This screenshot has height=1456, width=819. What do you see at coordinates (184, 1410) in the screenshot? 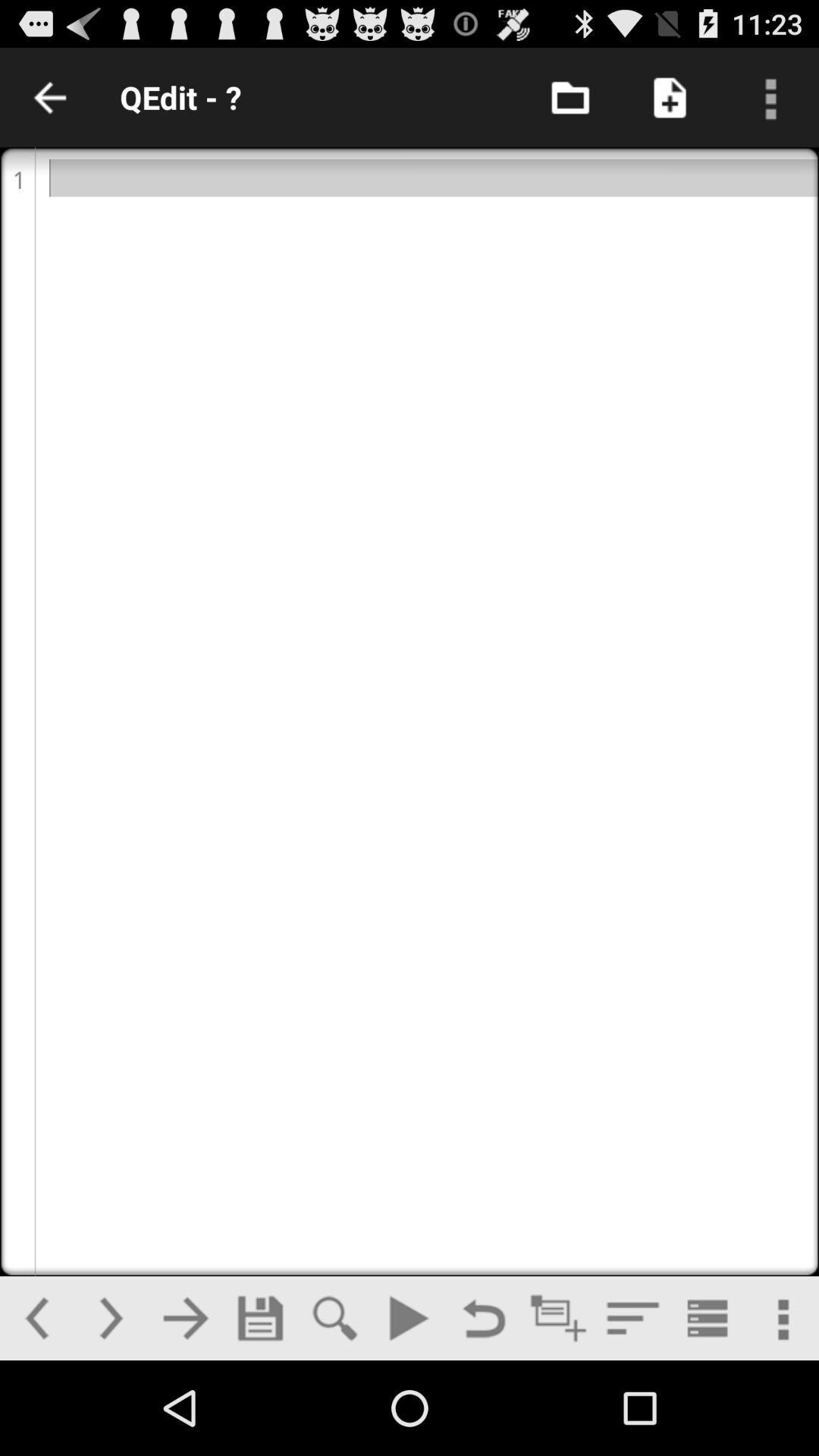
I see `the arrow_forward icon` at bounding box center [184, 1410].